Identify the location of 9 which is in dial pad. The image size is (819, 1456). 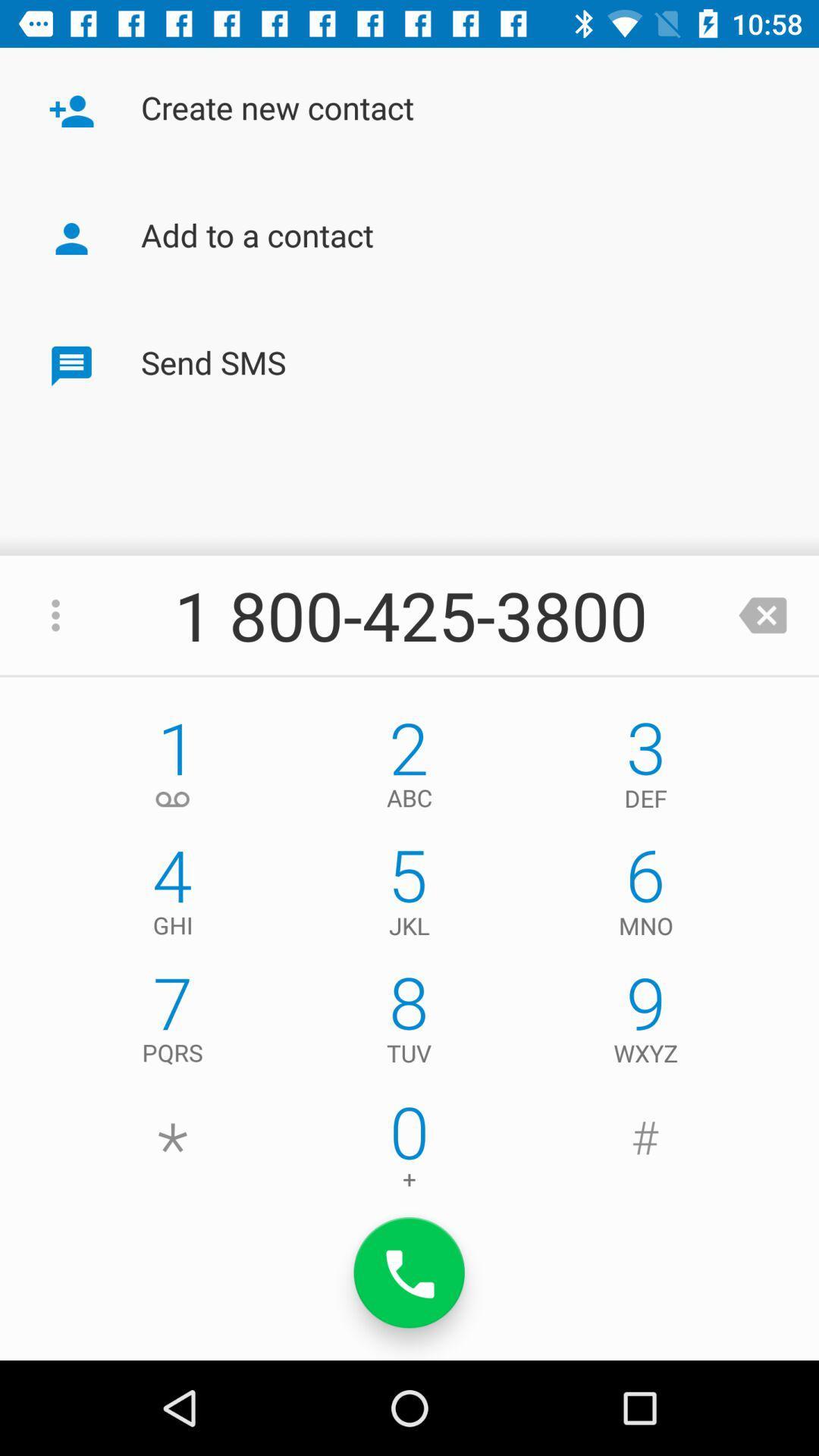
(646, 1023).